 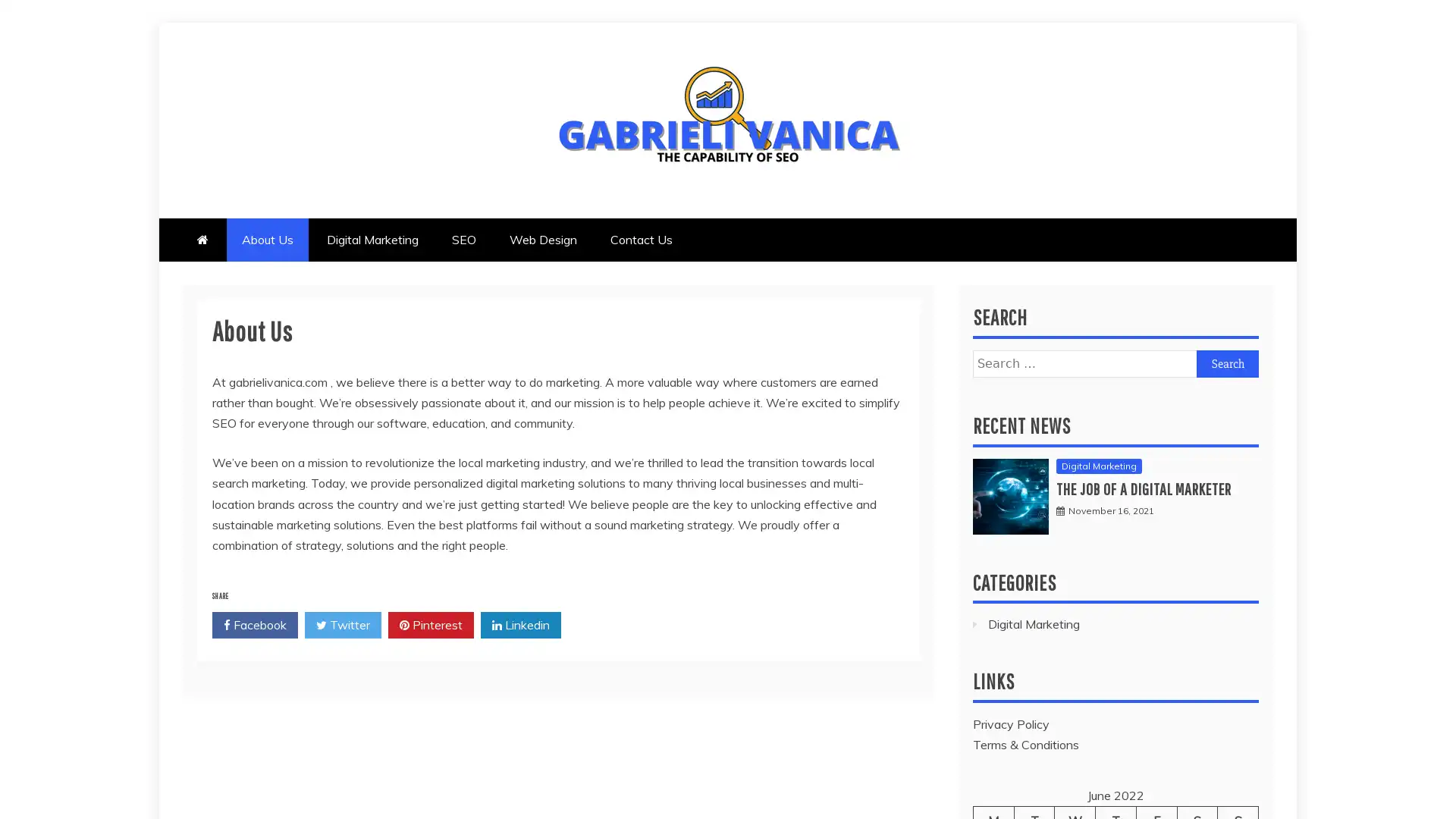 What do you see at coordinates (1227, 362) in the screenshot?
I see `Search` at bounding box center [1227, 362].